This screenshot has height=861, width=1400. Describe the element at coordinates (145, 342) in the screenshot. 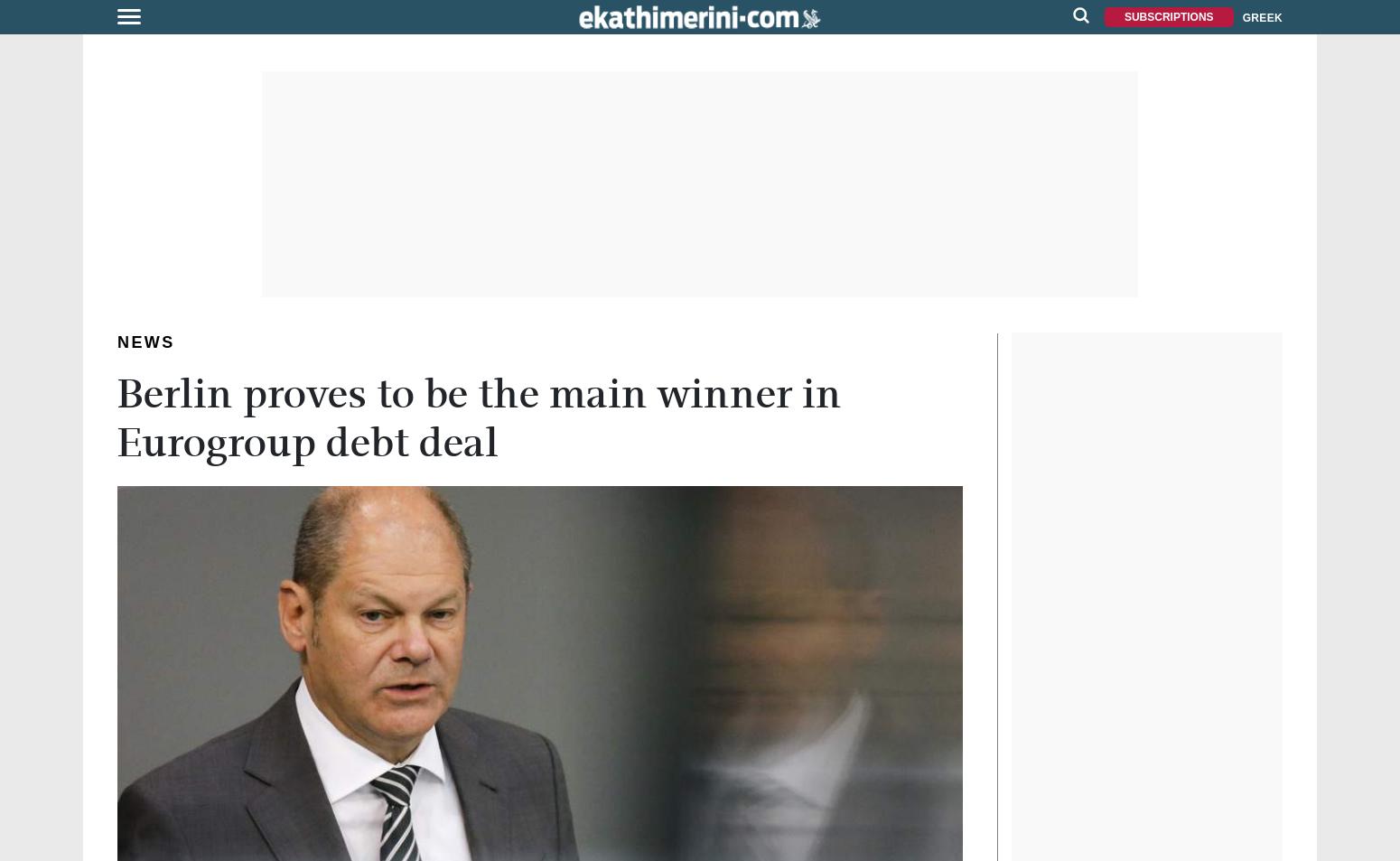

I see `'NEWS'` at that location.